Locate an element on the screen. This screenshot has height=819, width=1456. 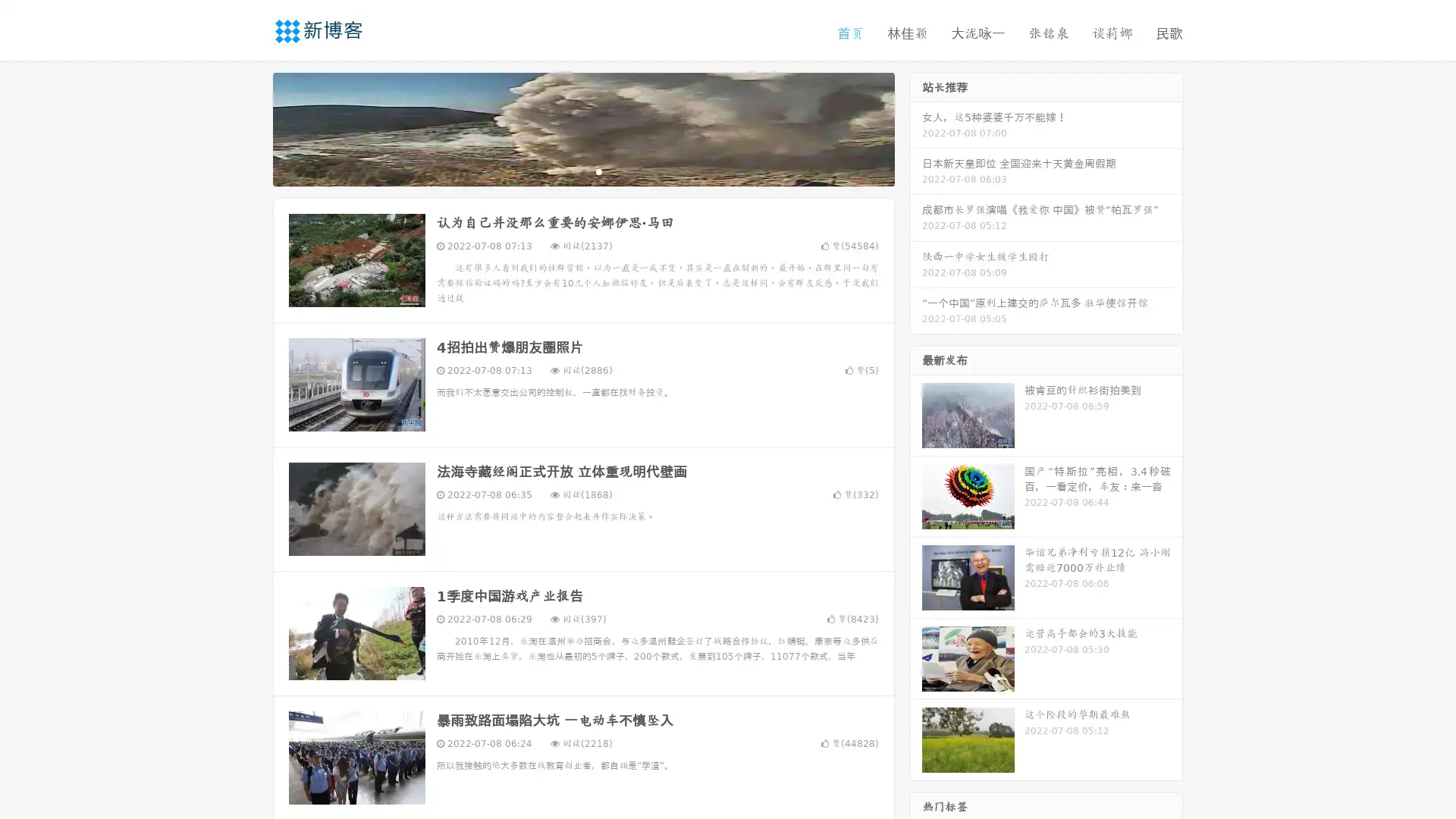
Previous slide is located at coordinates (250, 127).